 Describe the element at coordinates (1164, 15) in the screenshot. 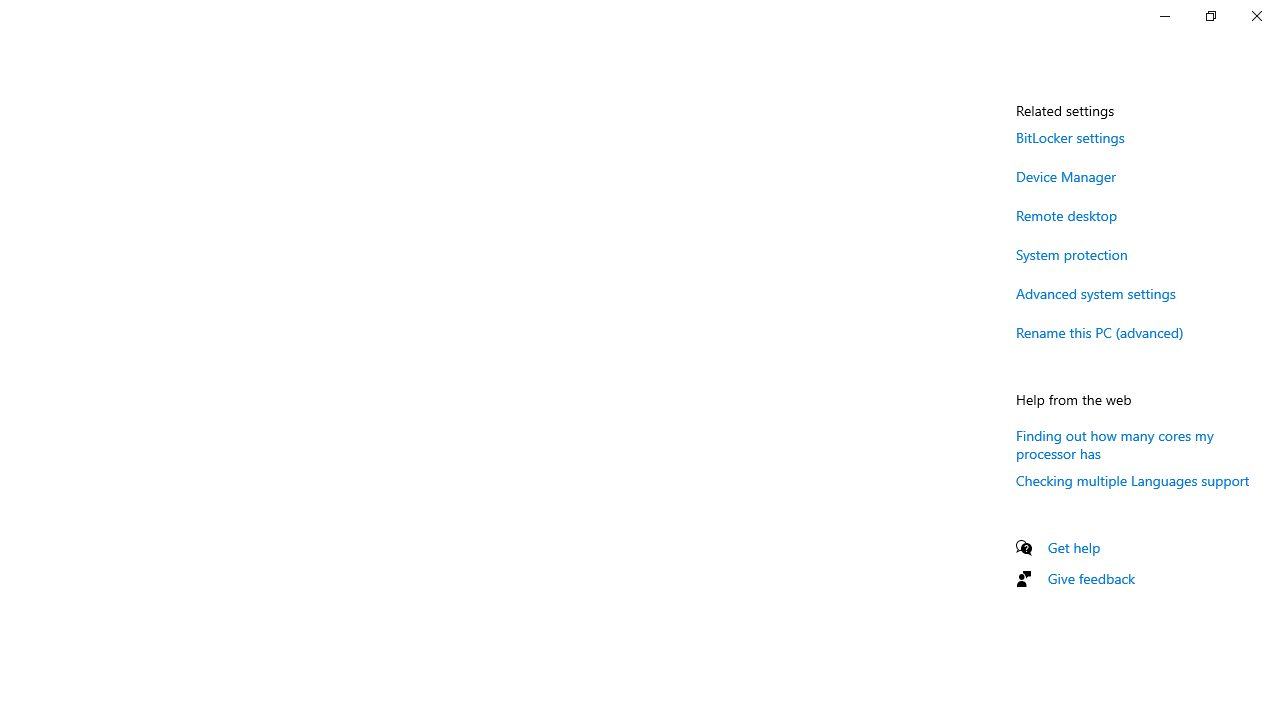

I see `'Minimize Settings'` at that location.